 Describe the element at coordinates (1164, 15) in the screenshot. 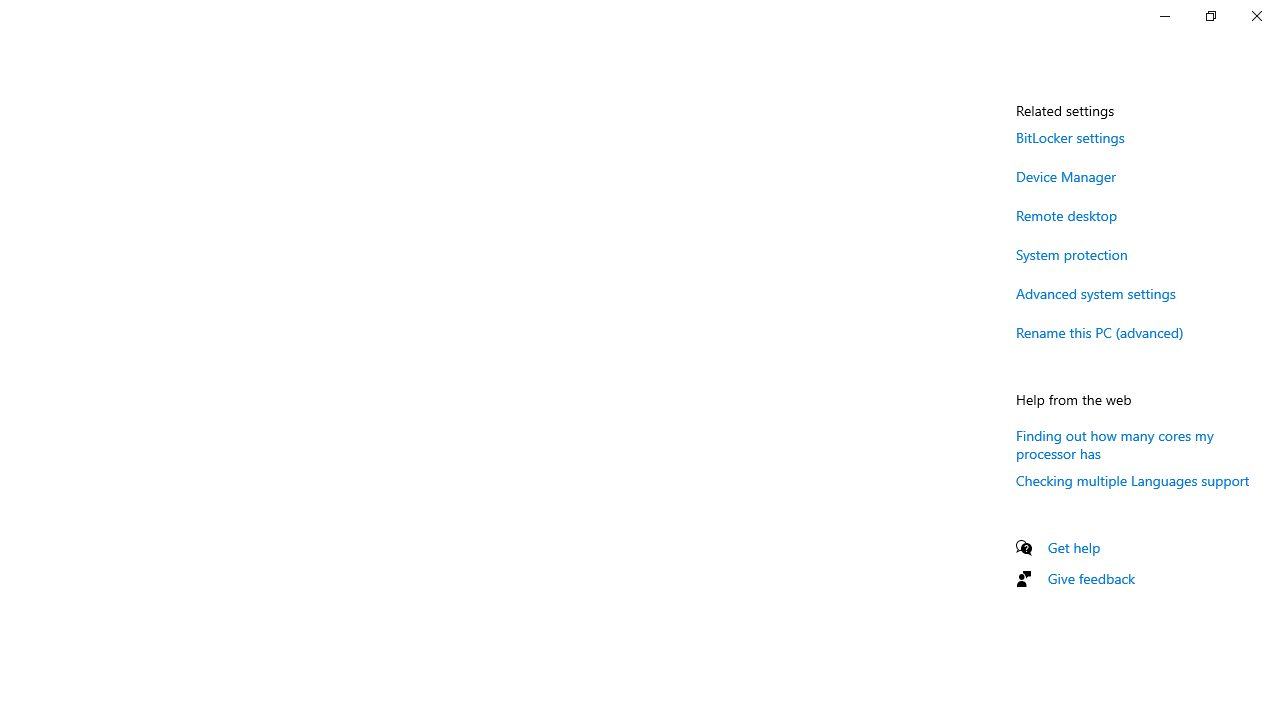

I see `'Minimize Settings'` at that location.